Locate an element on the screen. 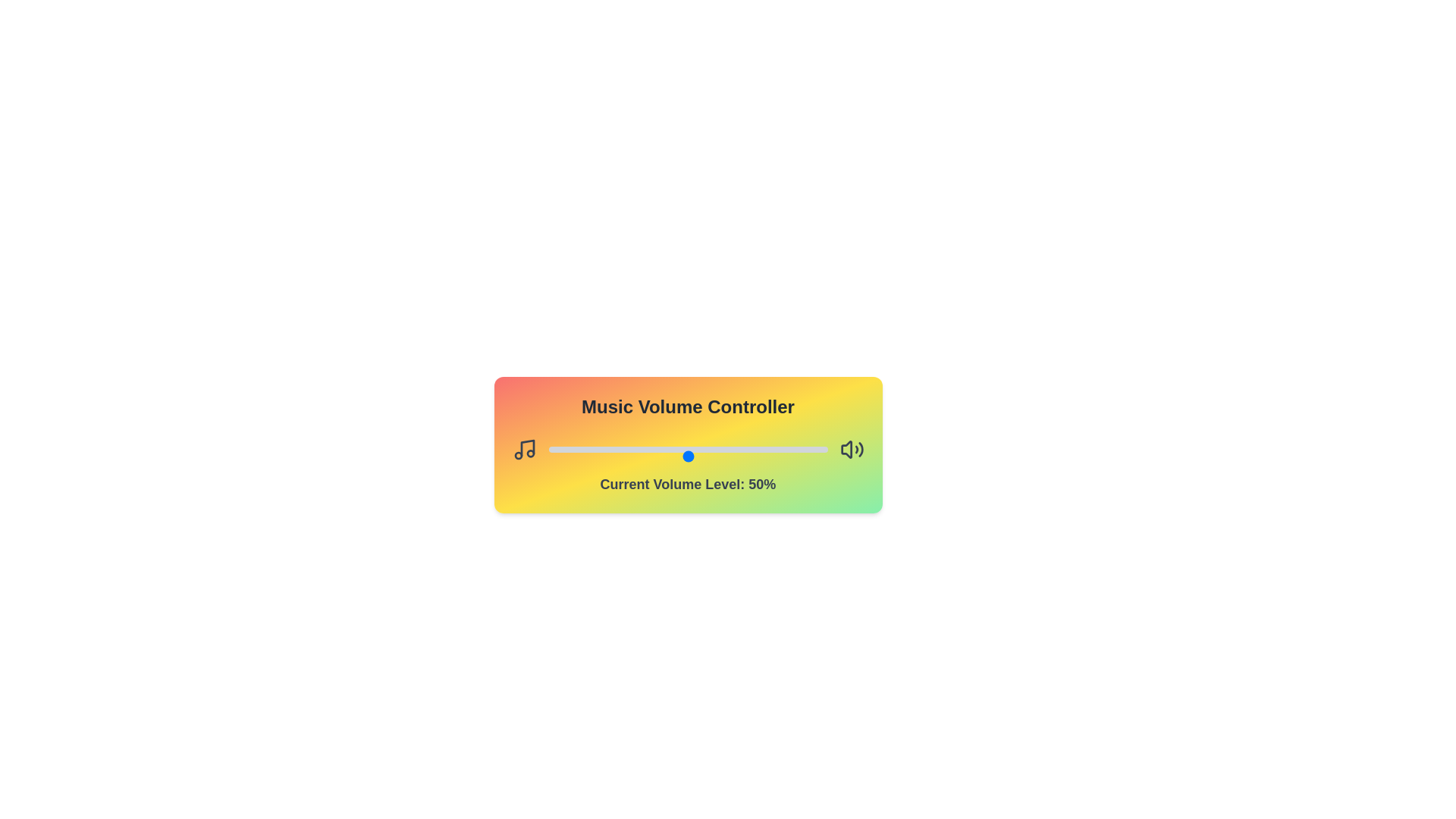  the volume slider to 74% is located at coordinates (755, 455).